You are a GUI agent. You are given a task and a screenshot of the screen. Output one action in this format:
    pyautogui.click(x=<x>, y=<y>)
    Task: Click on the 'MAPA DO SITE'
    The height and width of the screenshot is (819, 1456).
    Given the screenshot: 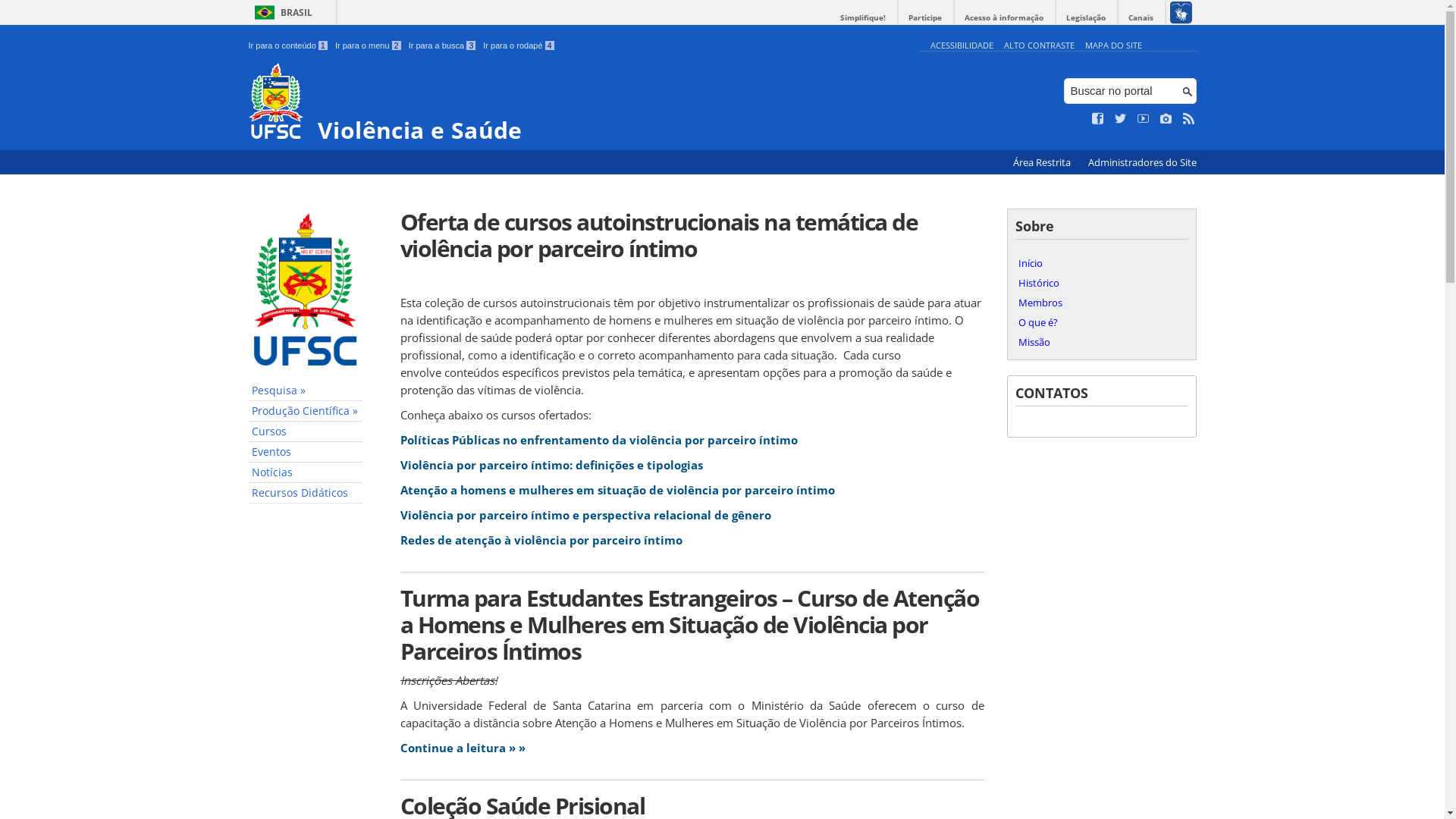 What is the action you would take?
    pyautogui.click(x=1112, y=44)
    